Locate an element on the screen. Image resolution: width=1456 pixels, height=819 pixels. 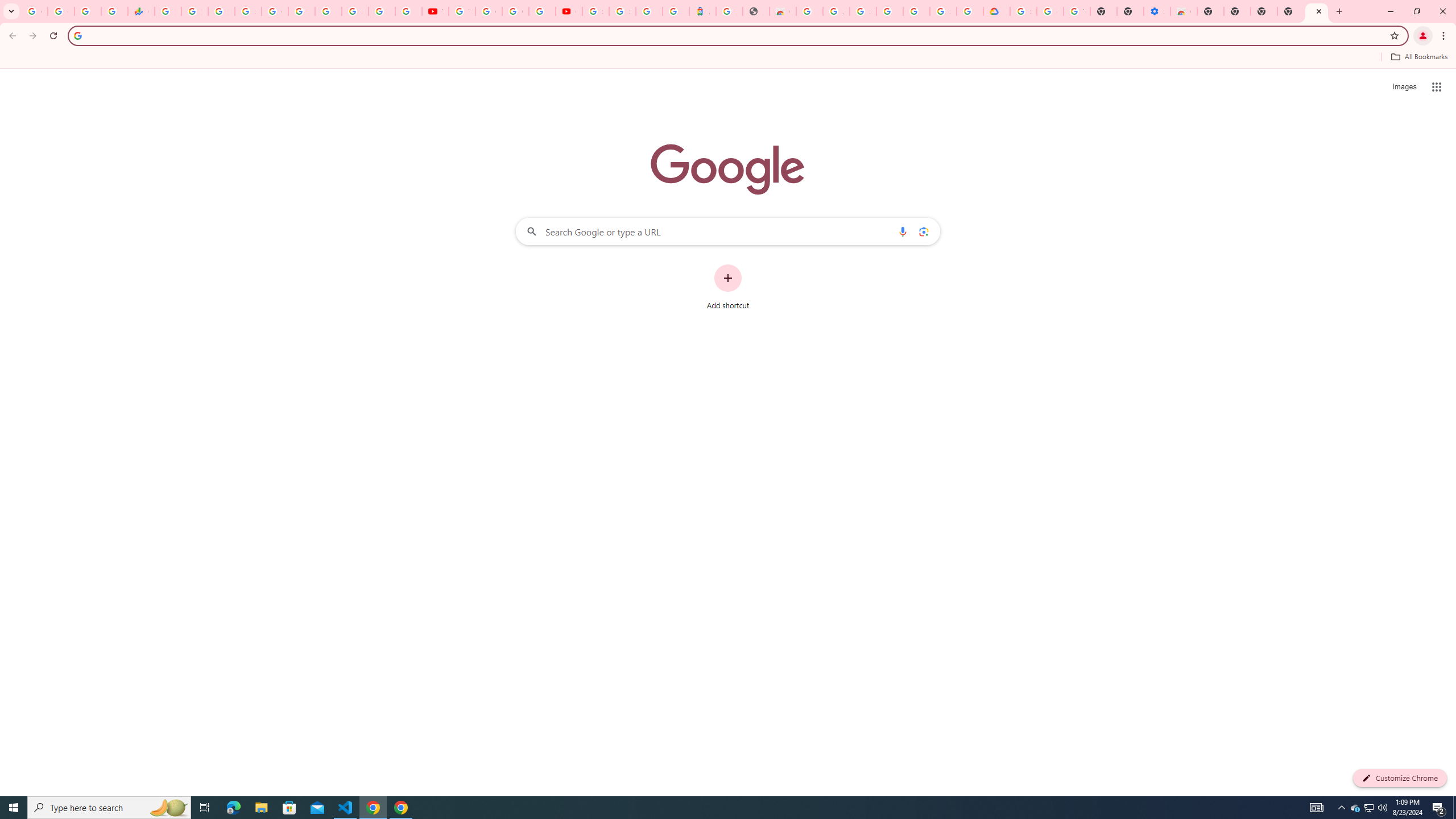
'Content Creator Programs & Opportunities - YouTube Creators' is located at coordinates (568, 11).